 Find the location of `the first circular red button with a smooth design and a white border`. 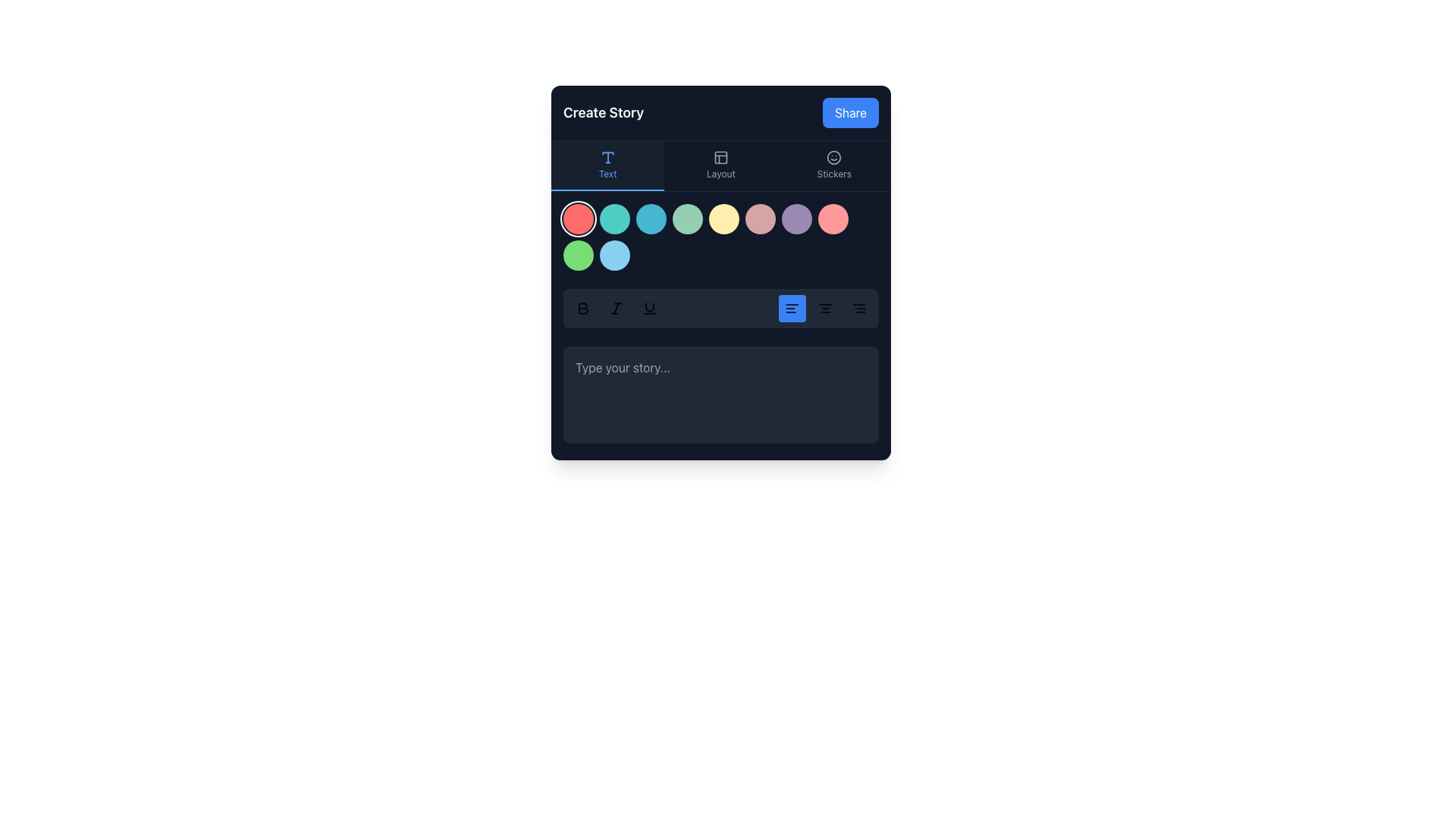

the first circular red button with a smooth design and a white border is located at coordinates (578, 219).